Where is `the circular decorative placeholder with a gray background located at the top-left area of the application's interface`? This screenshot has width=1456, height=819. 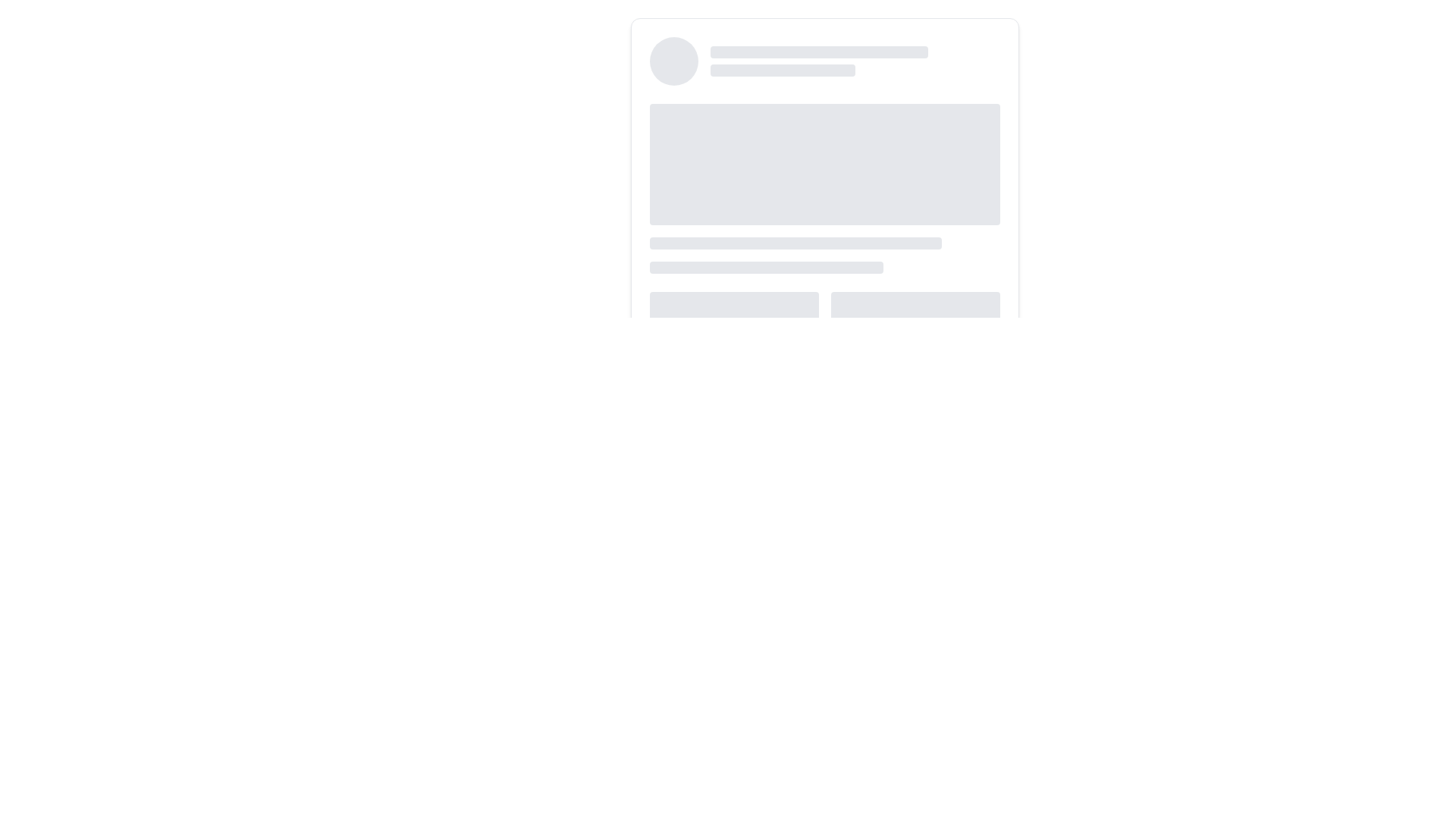
the circular decorative placeholder with a gray background located at the top-left area of the application's interface is located at coordinates (673, 61).